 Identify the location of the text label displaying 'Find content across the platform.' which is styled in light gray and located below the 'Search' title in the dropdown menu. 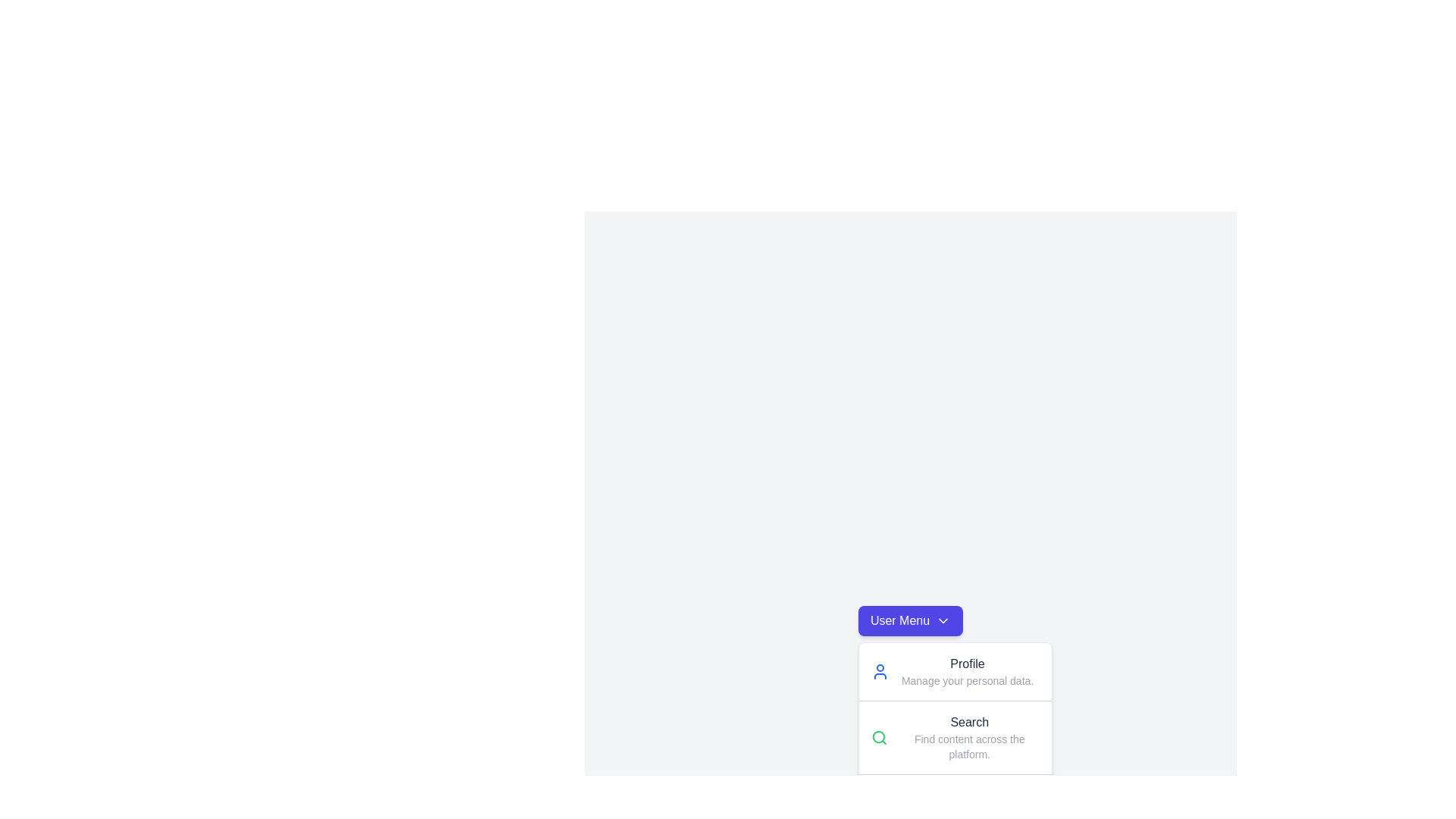
(968, 745).